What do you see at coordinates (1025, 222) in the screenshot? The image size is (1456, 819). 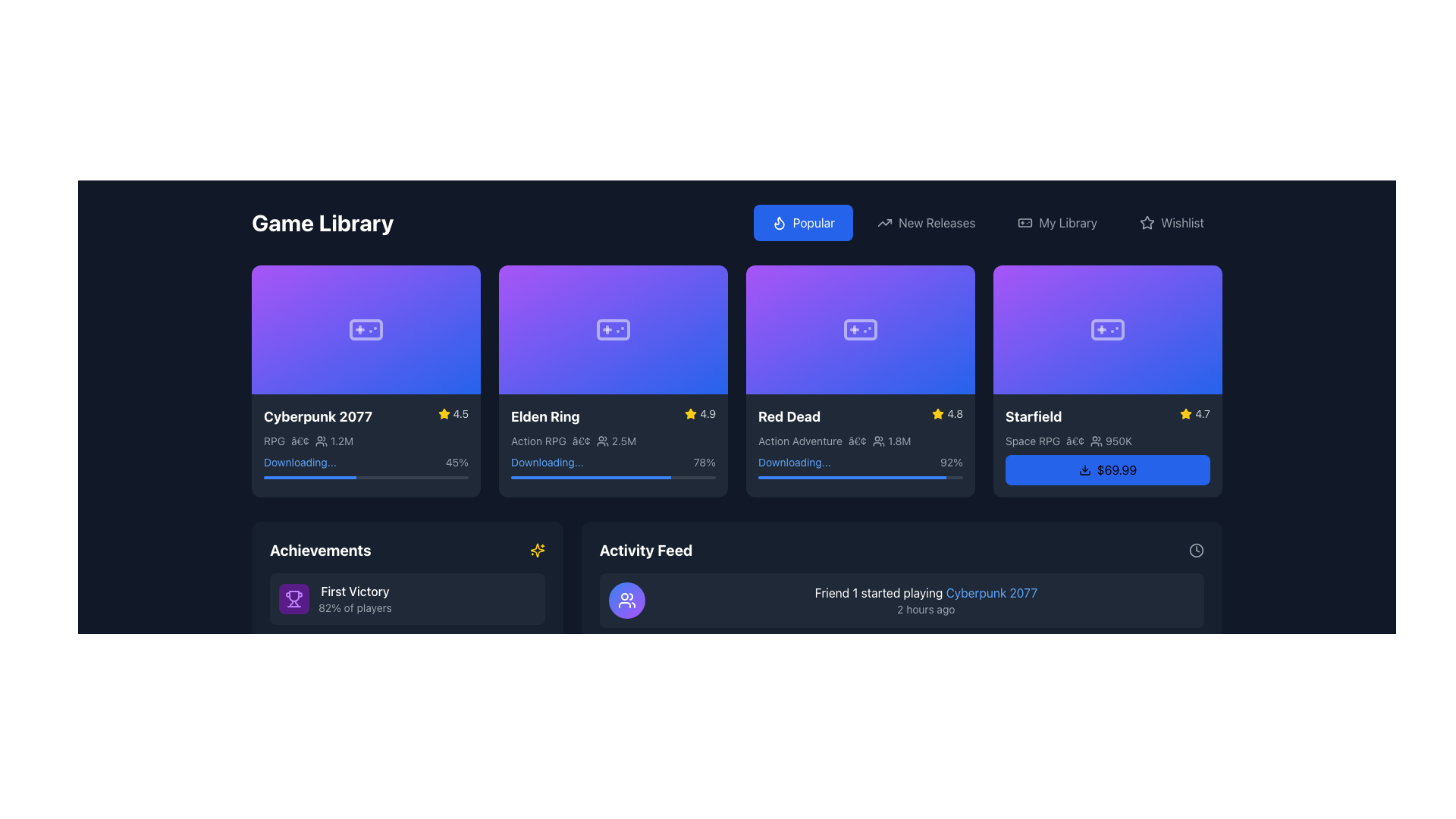 I see `the rounded rectangle button inside the gamepad icon SVG element, which is the largest rectangular component without text` at bounding box center [1025, 222].